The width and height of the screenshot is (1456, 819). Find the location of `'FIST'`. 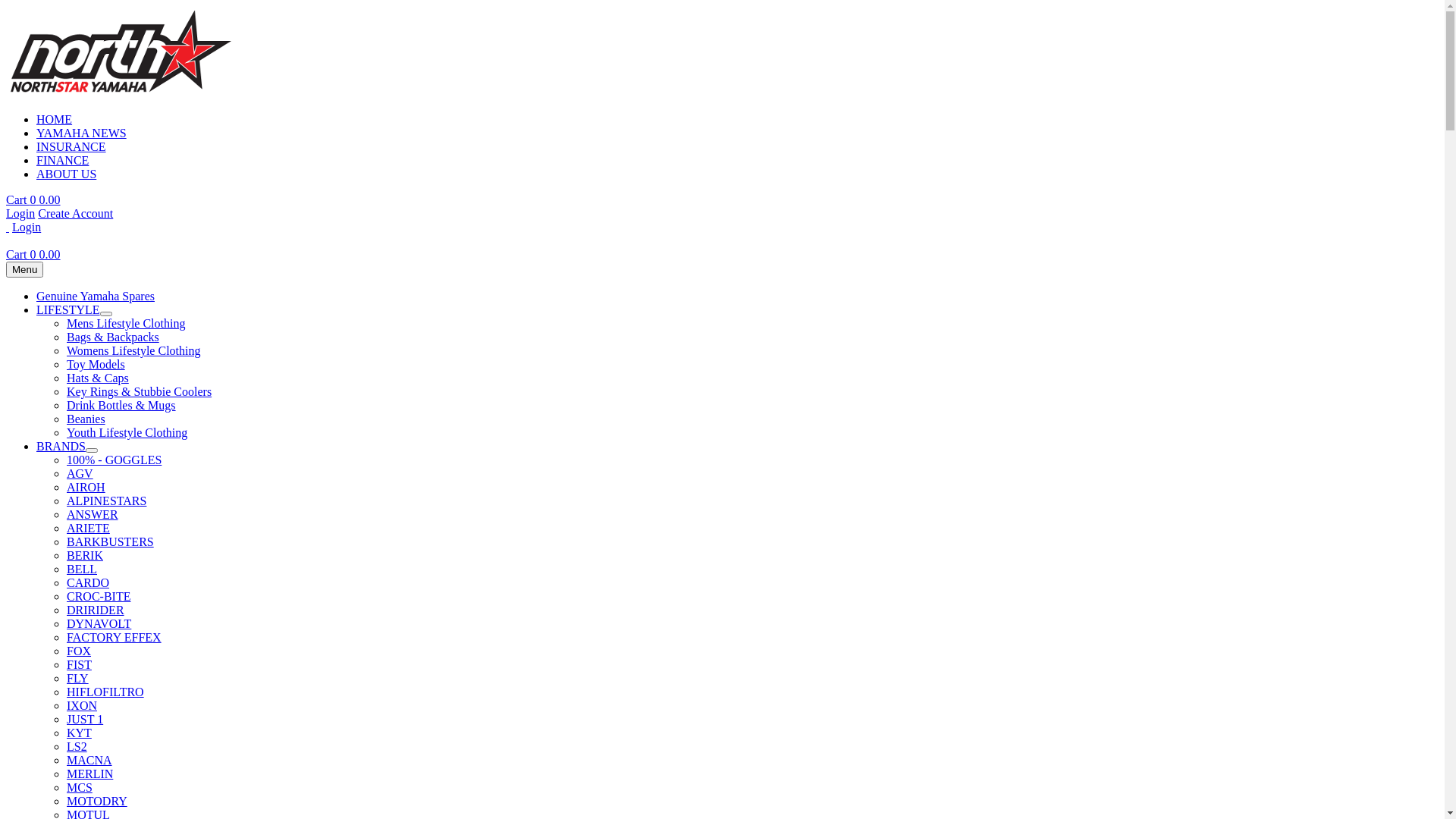

'FIST' is located at coordinates (65, 664).